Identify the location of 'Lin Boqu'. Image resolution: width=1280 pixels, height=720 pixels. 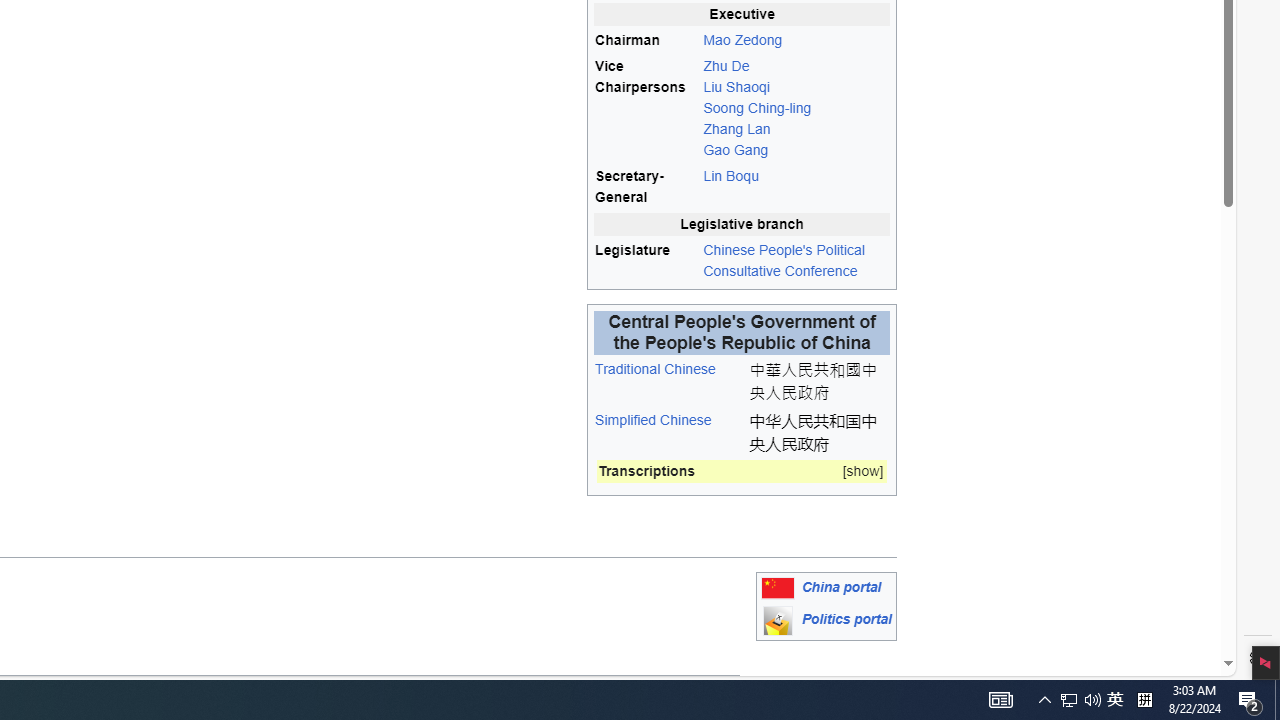
(729, 175).